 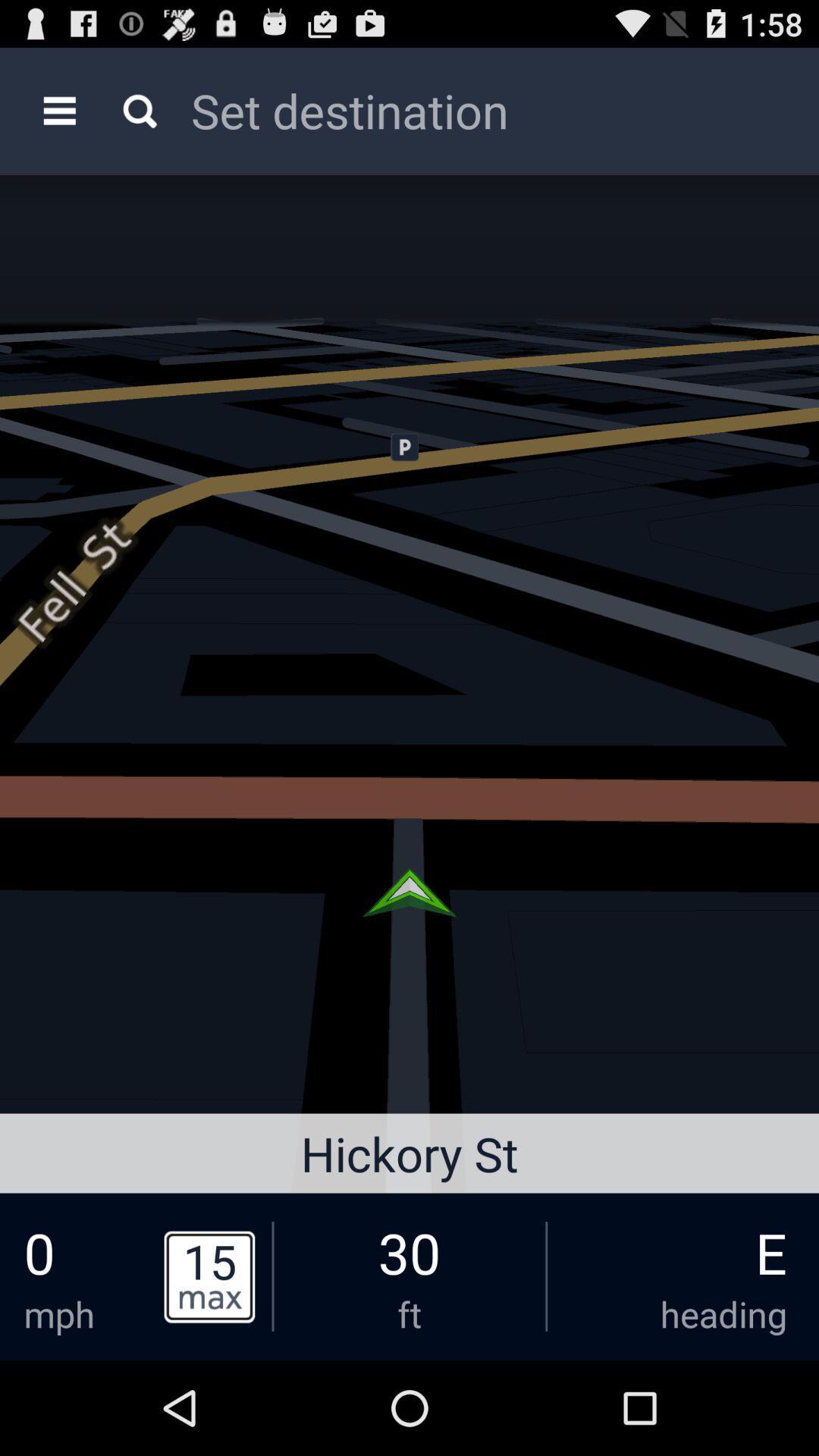 What do you see at coordinates (481, 109) in the screenshot?
I see `the button which is to the right of search button` at bounding box center [481, 109].